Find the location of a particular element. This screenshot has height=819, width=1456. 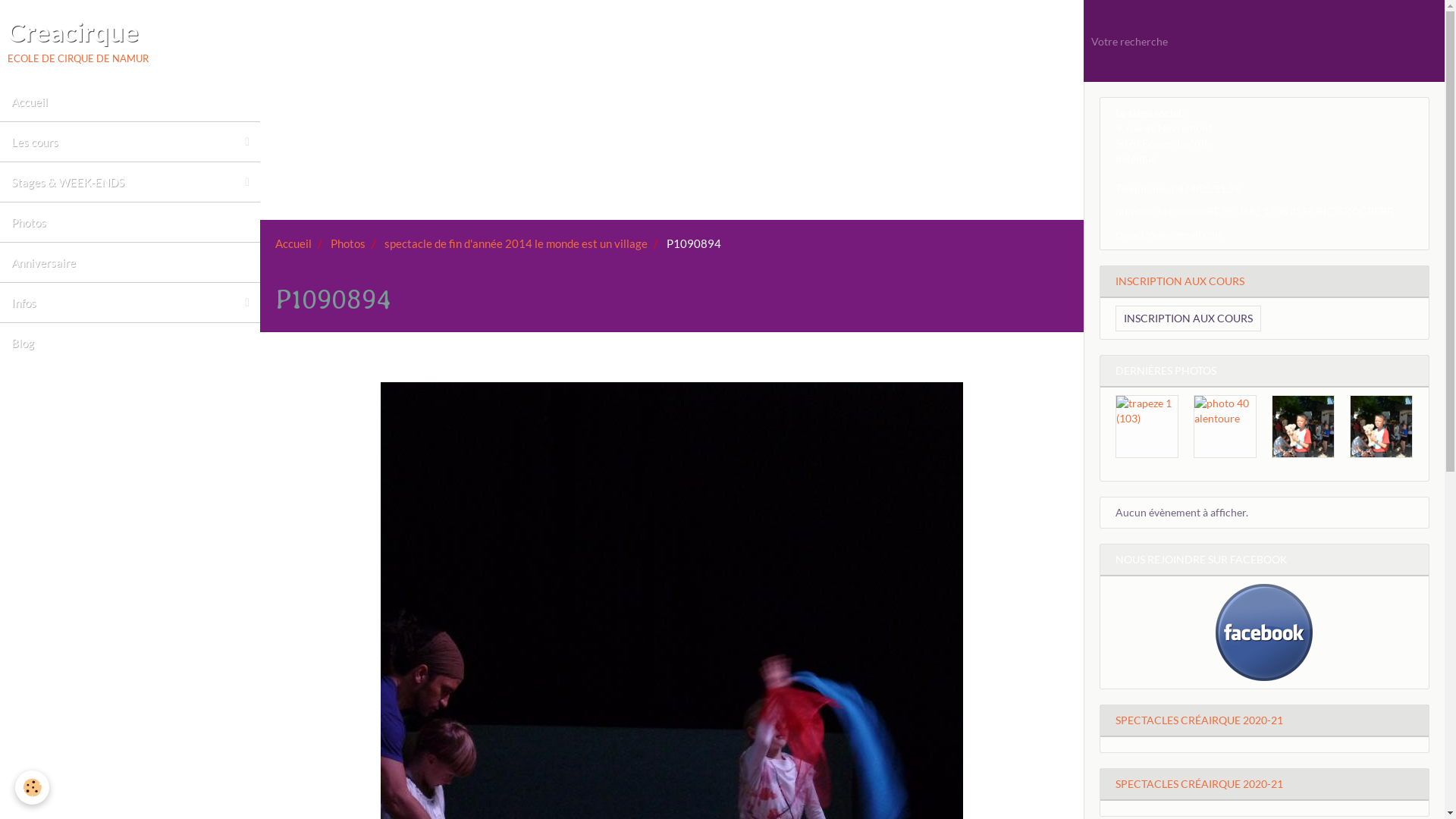

'Les cours' is located at coordinates (130, 141).